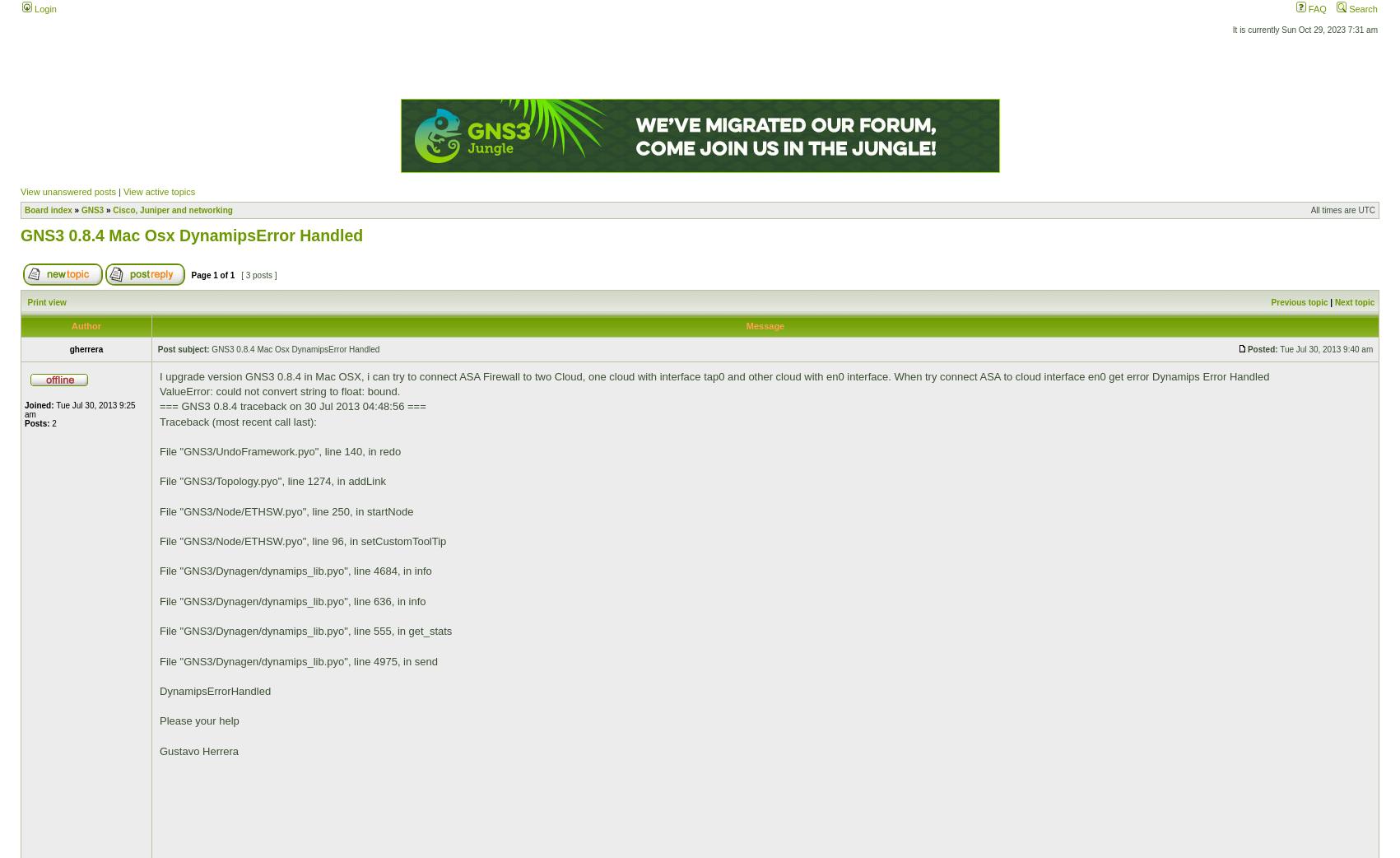 This screenshot has width=1400, height=858. What do you see at coordinates (286, 511) in the screenshot?
I see `'File "GNS3/Node/ETHSW.pyo", line 250, in startNode'` at bounding box center [286, 511].